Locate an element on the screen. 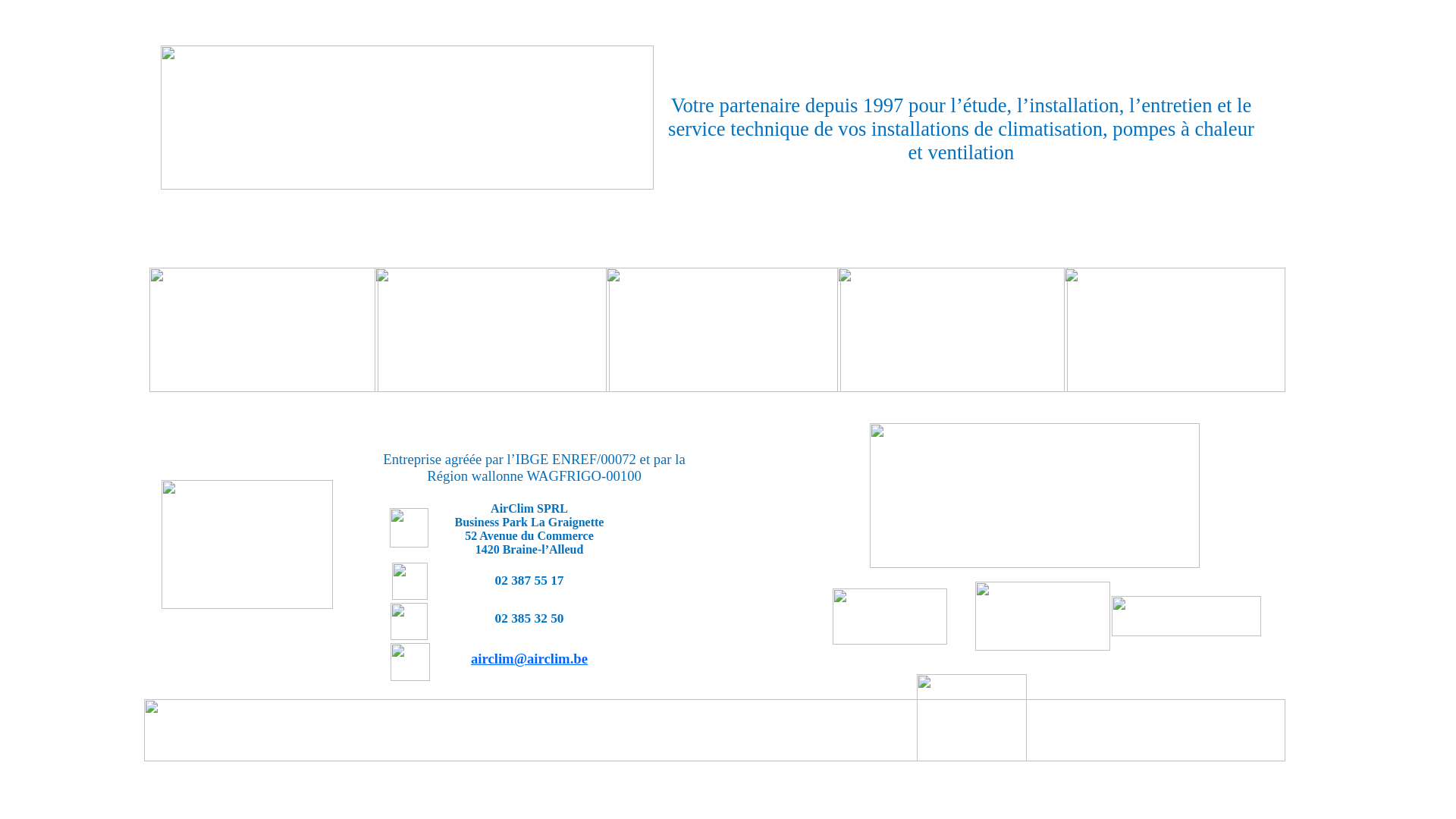  'airclim@airclim.be' is located at coordinates (529, 659).